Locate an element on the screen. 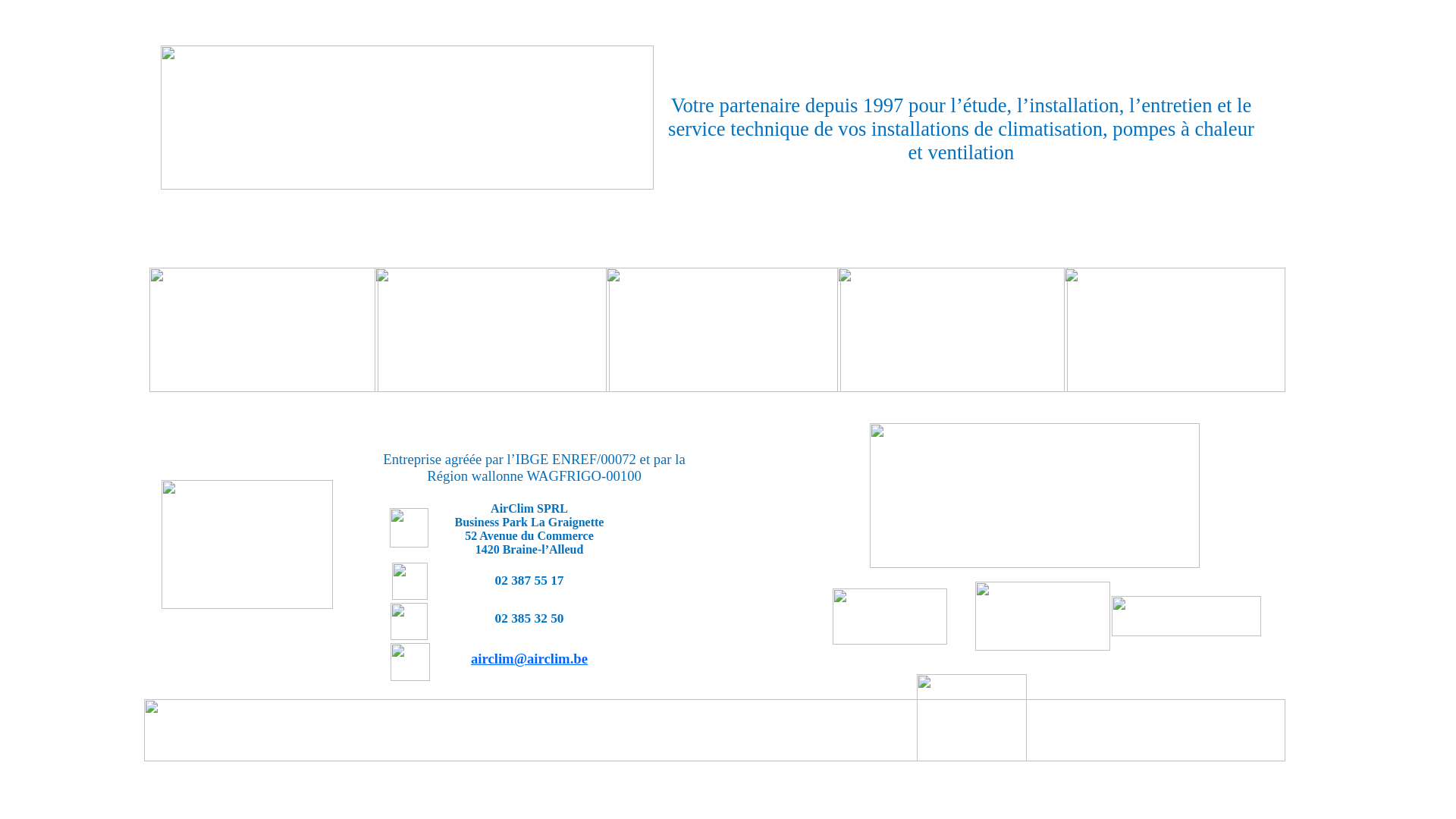  'airclim@airclim.be' is located at coordinates (529, 659).